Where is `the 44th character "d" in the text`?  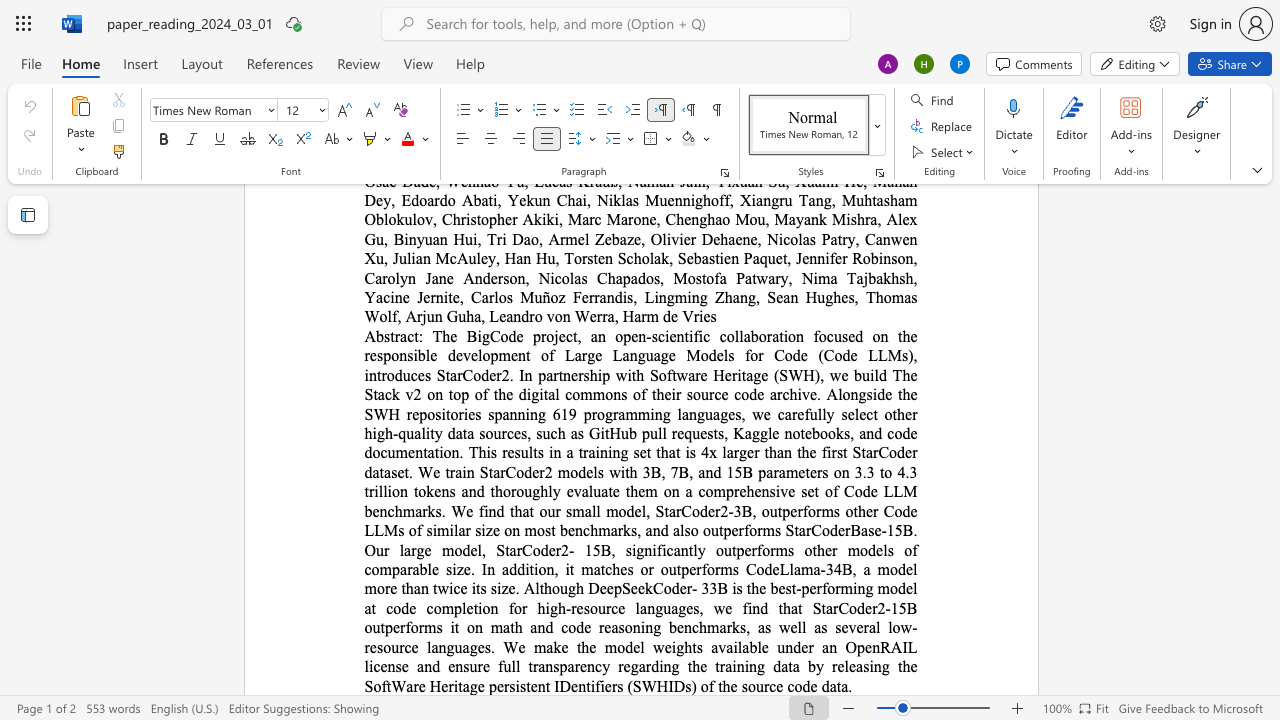
the 44th character "d" in the text is located at coordinates (628, 647).